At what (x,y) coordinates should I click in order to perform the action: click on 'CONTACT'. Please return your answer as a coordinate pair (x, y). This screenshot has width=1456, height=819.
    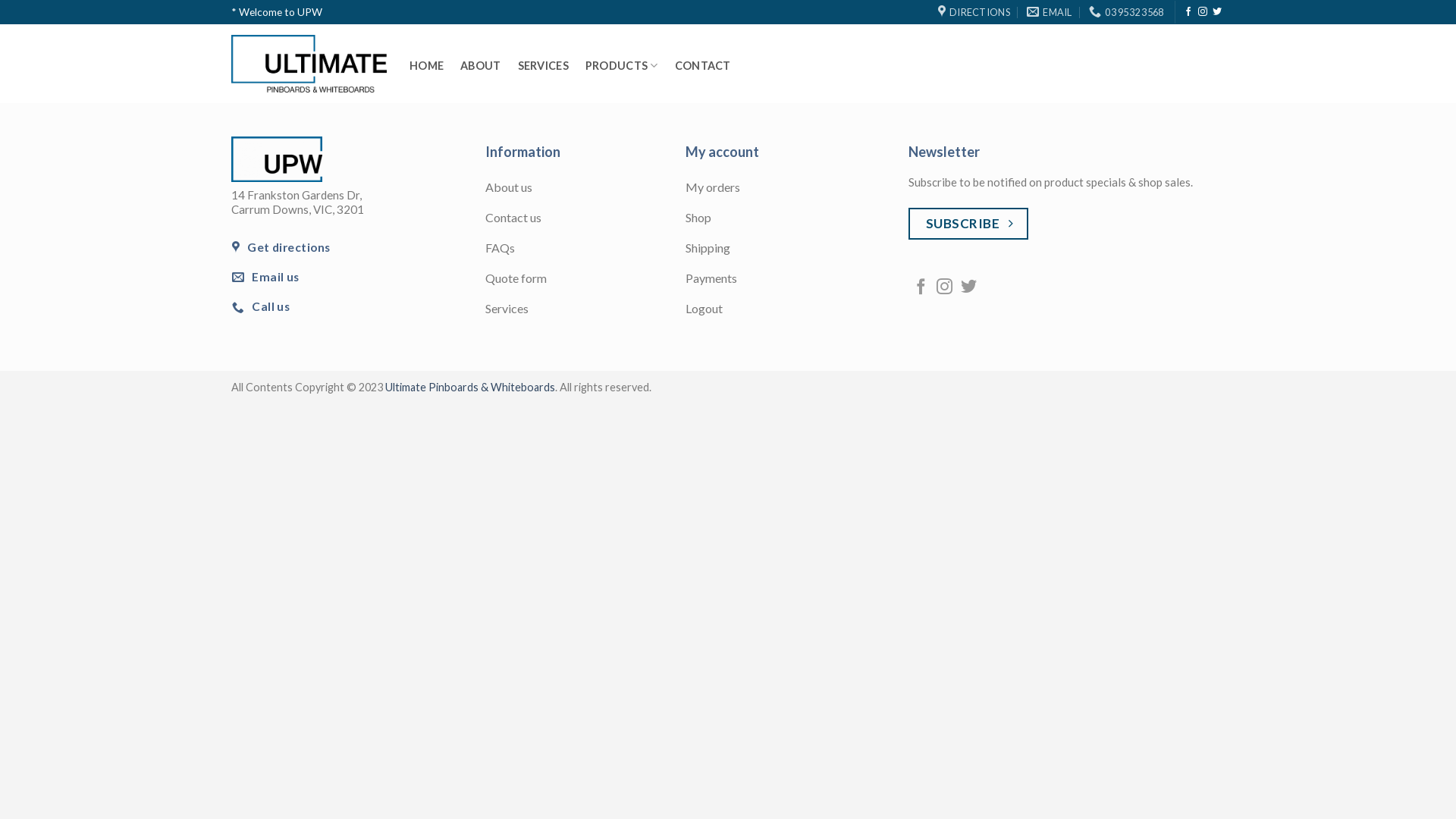
    Looking at the image, I should click on (701, 65).